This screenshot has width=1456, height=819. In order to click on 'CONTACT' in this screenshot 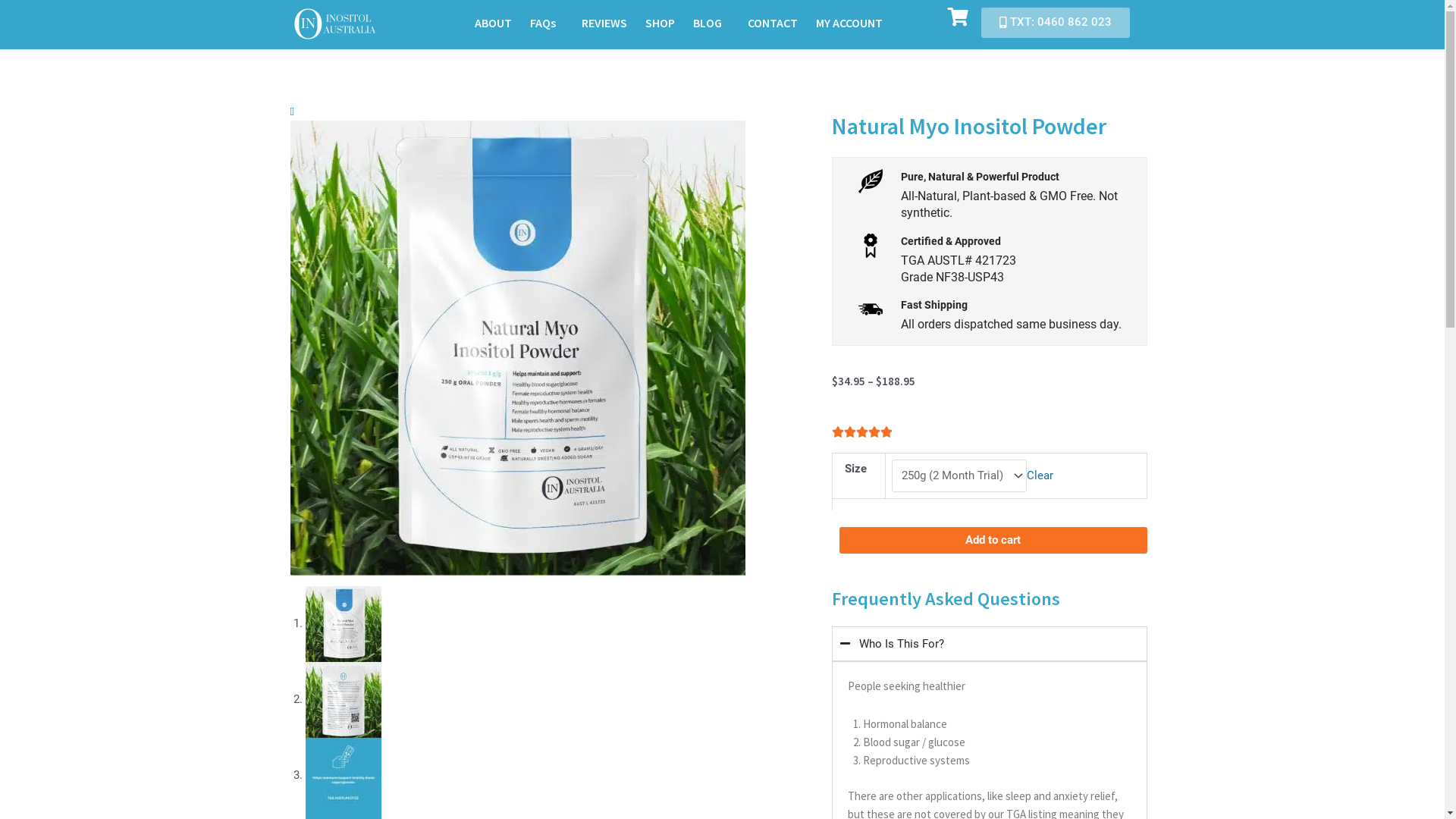, I will do `click(739, 23)`.